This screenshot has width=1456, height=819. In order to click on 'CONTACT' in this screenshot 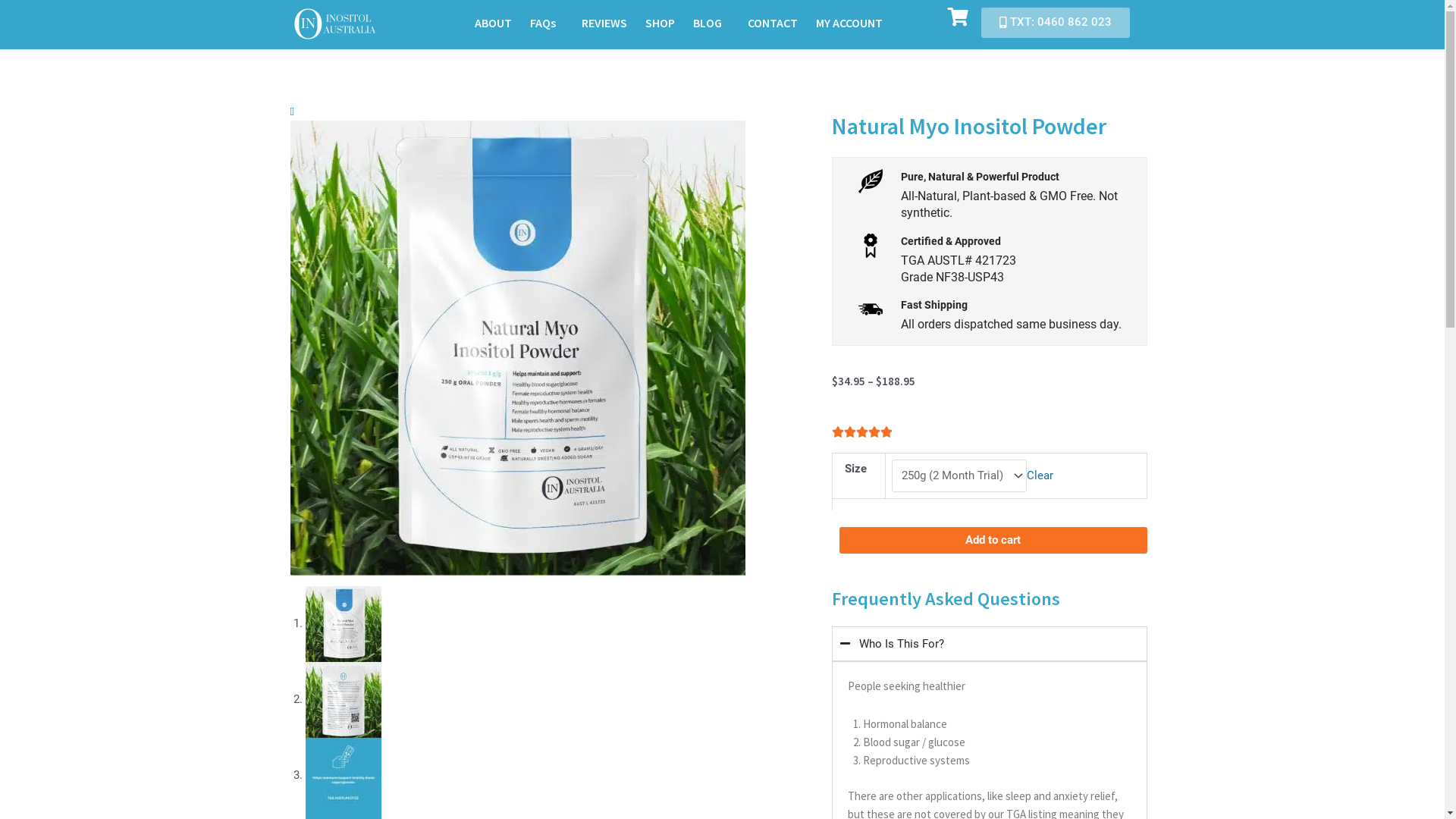, I will do `click(739, 23)`.